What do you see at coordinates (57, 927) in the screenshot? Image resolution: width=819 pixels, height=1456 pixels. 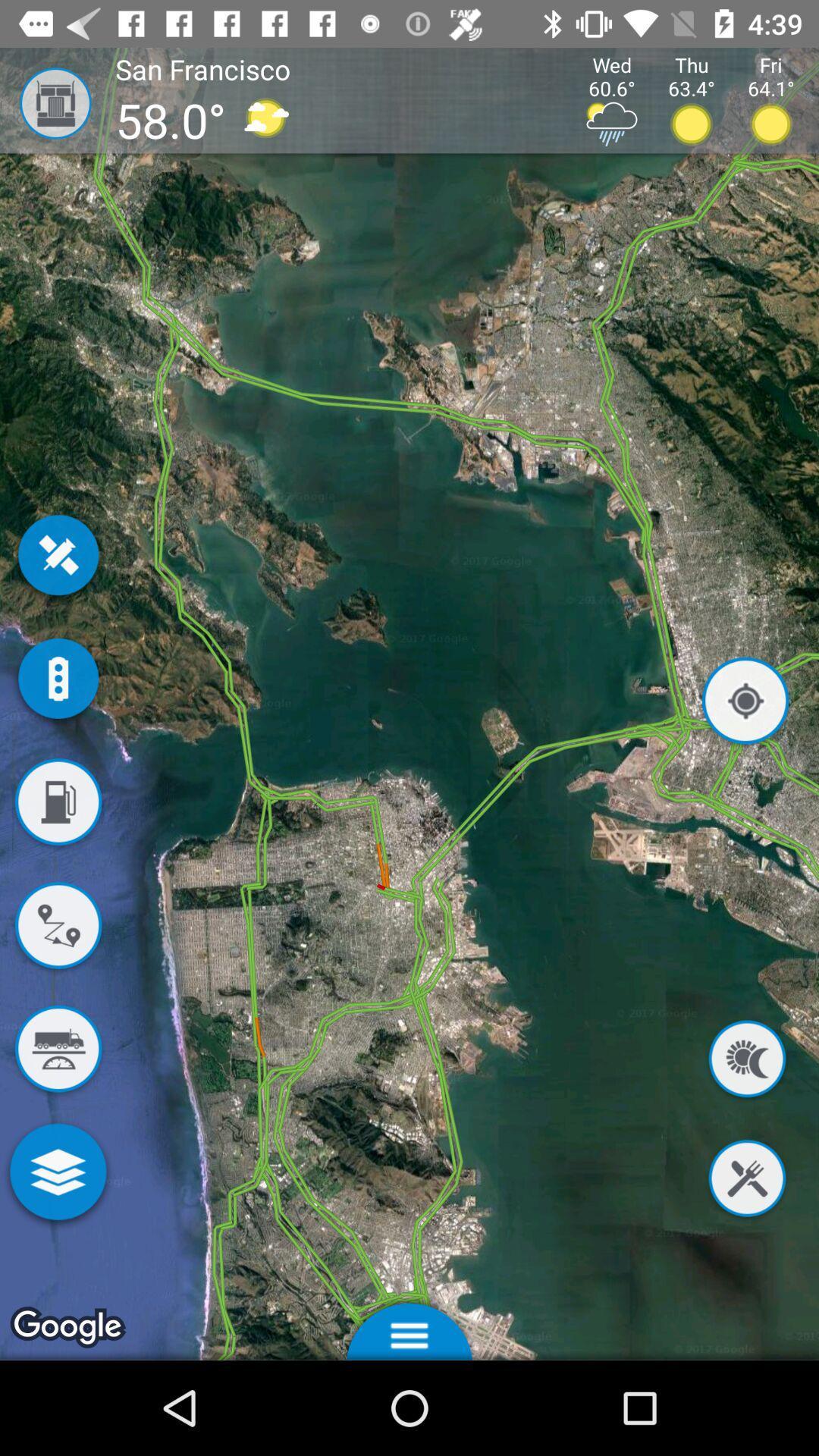 I see `directions` at bounding box center [57, 927].